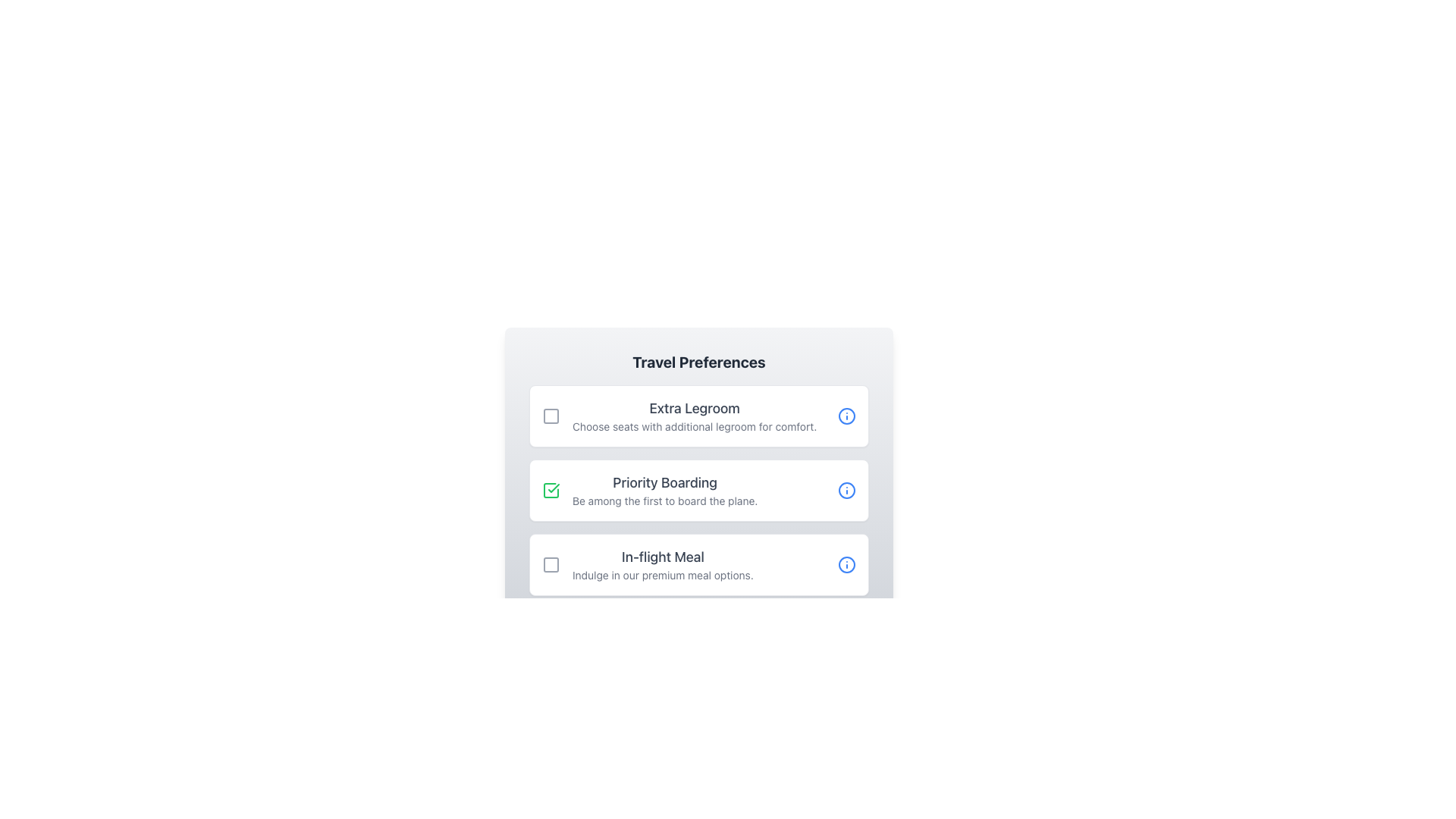  I want to click on the title text element that reads 'Travel Preferences', which is bold, dark gray, and centered at the top of the interface, so click(698, 362).